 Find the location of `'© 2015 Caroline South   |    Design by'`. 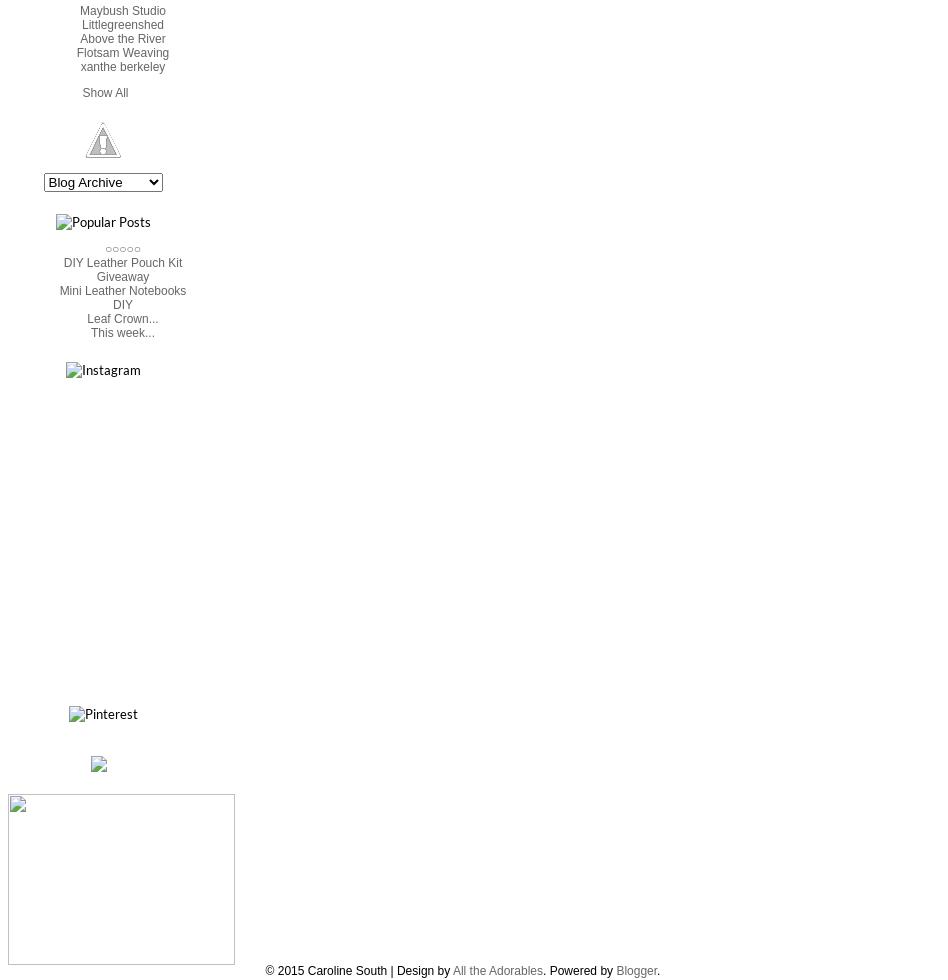

'© 2015 Caroline South   |    Design by' is located at coordinates (357, 970).